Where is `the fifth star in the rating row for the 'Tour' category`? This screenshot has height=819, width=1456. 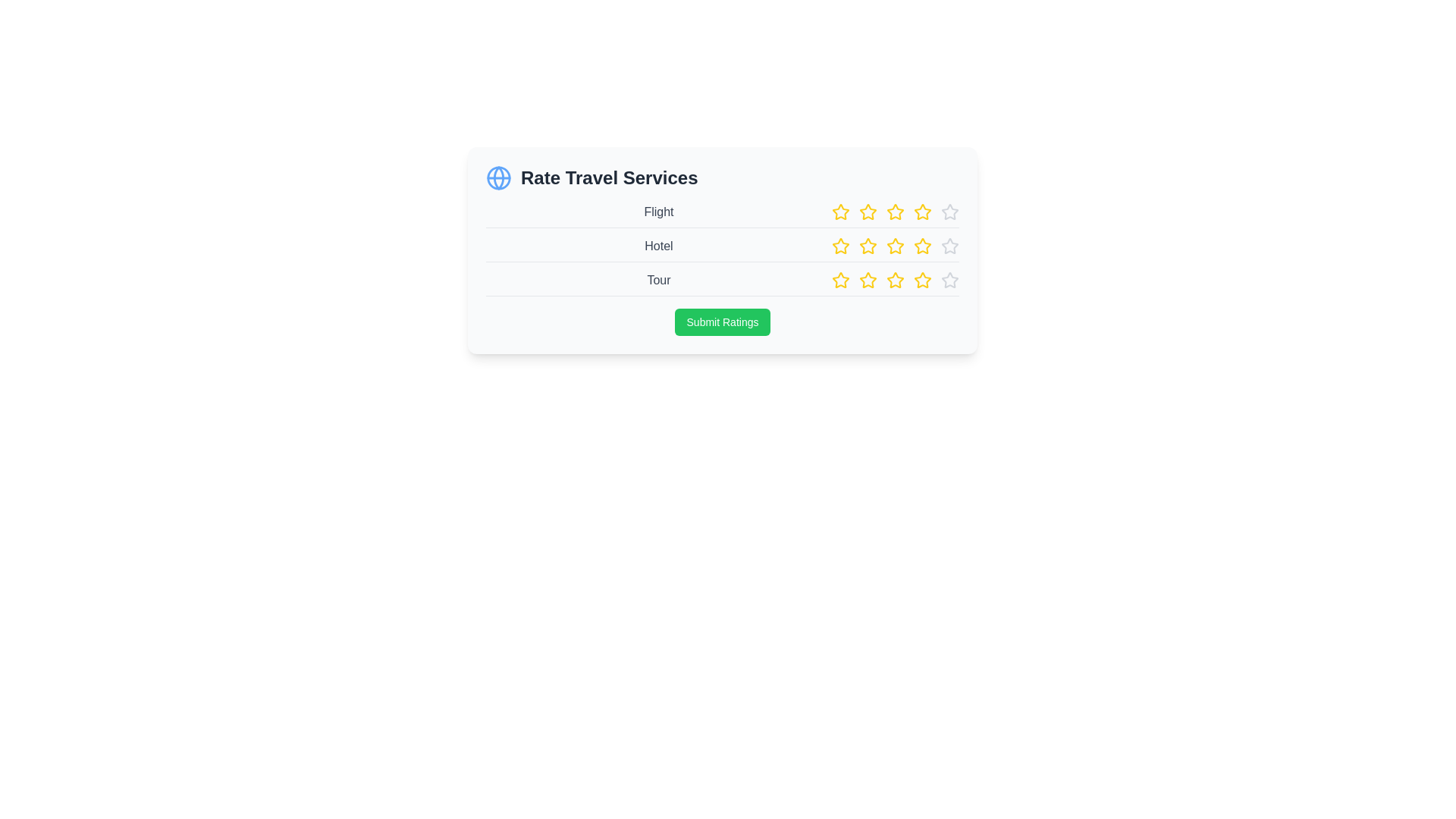
the fifth star in the rating row for the 'Tour' category is located at coordinates (868, 280).